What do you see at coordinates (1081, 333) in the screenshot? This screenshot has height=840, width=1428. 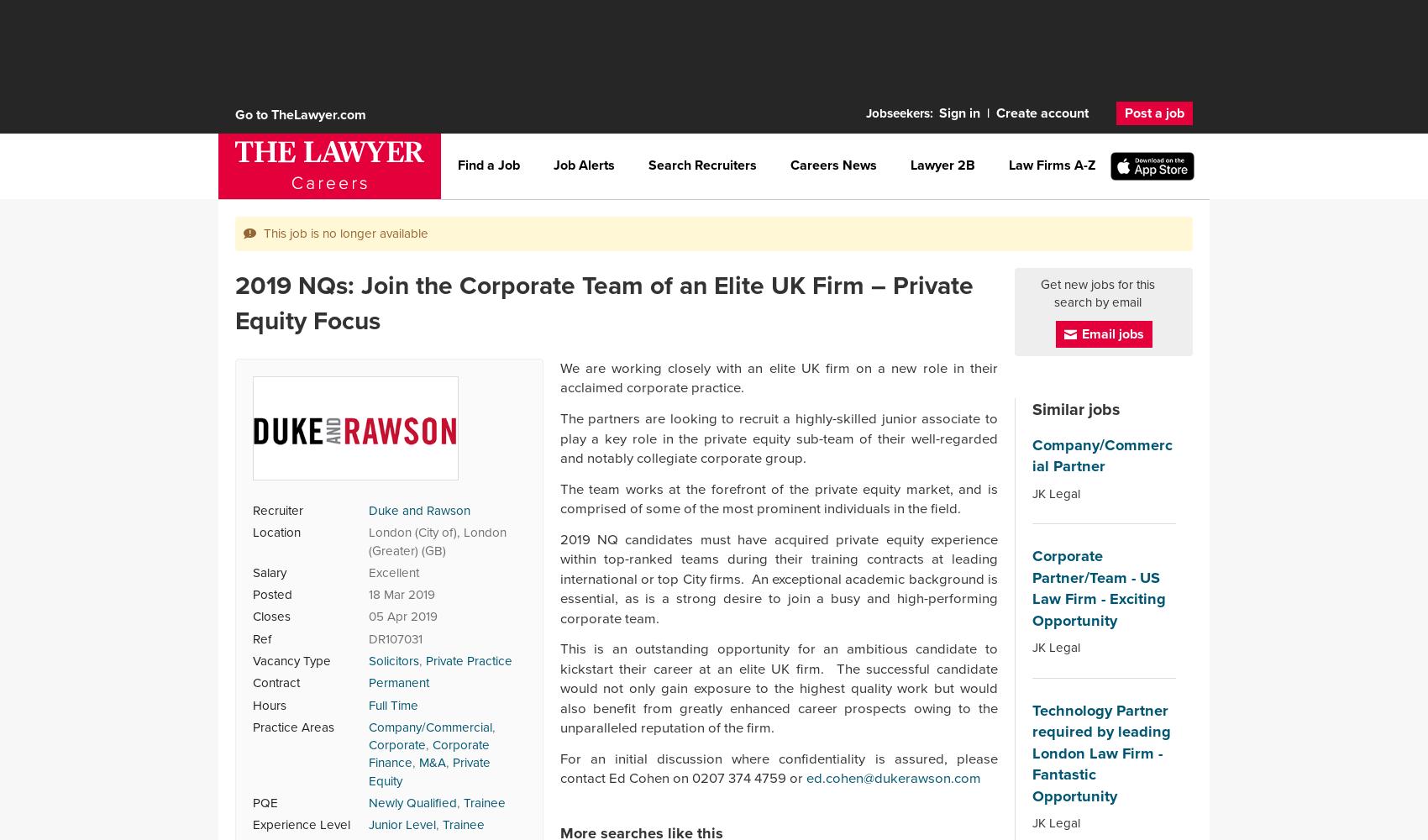 I see `'Email jobs'` at bounding box center [1081, 333].